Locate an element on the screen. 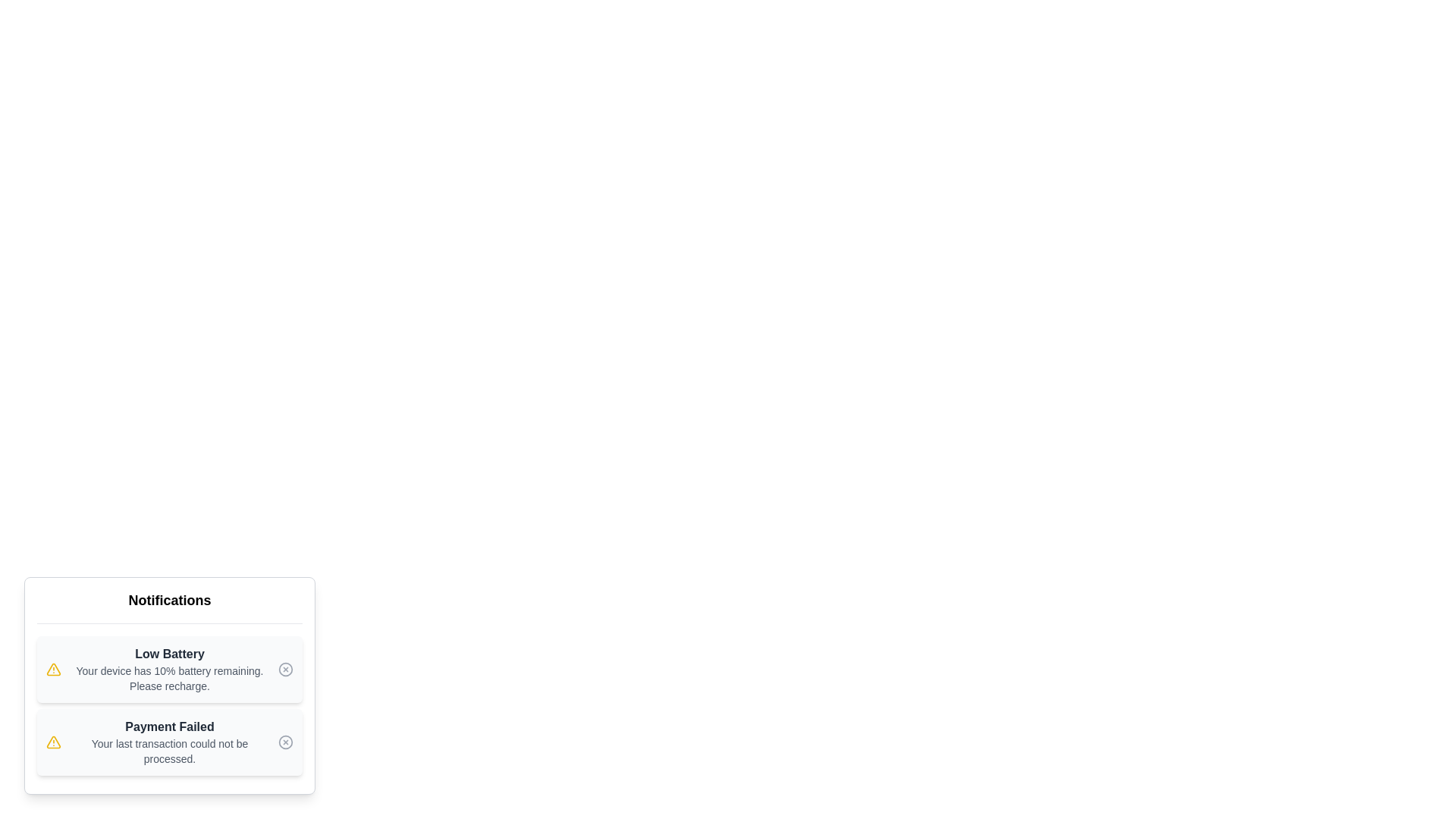  the appearance of the warning icon located on the left side of the text content within the 'Low Battery' notification card is located at coordinates (54, 669).